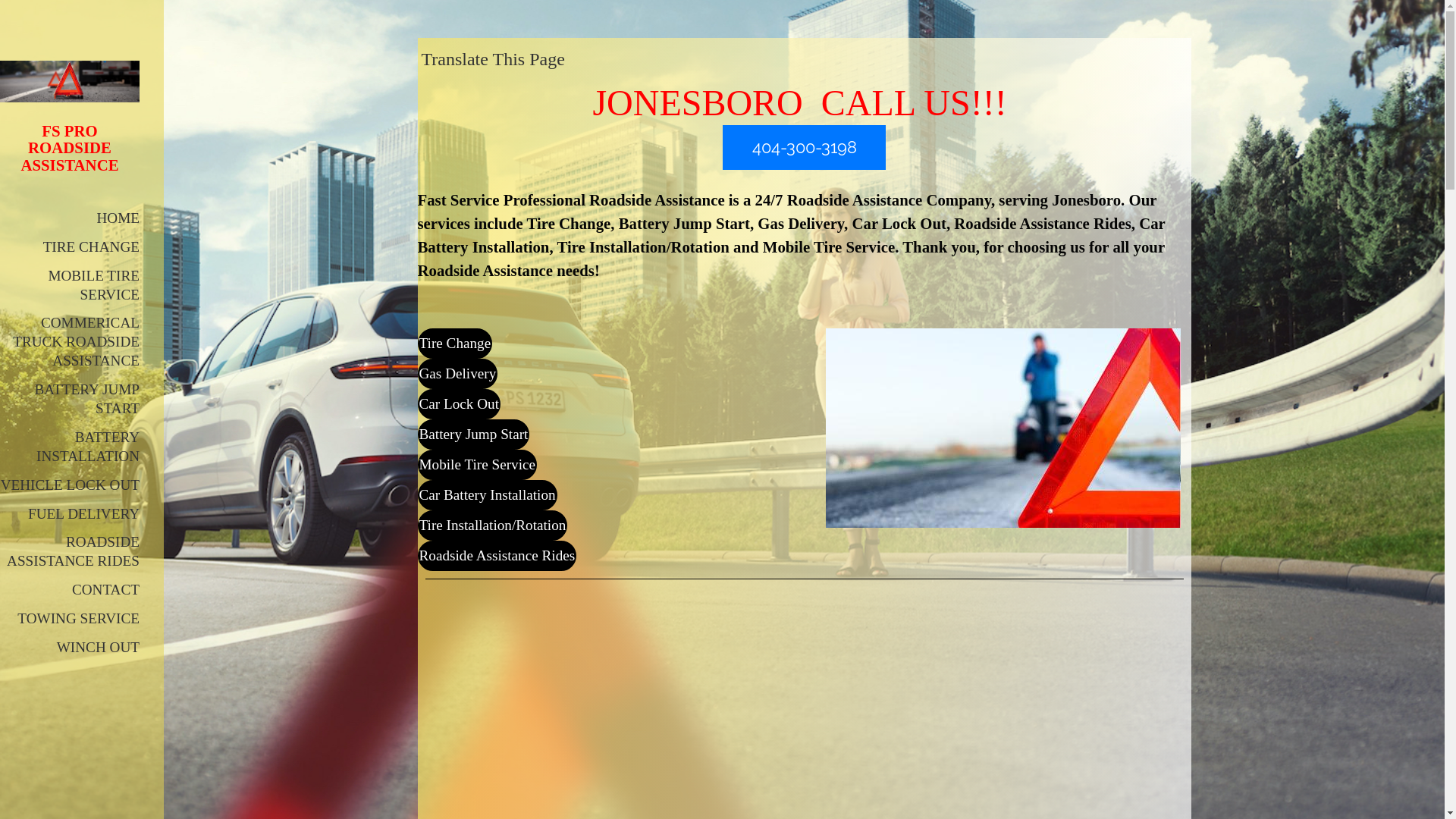 Image resolution: width=1456 pixels, height=819 pixels. Describe the element at coordinates (69, 485) in the screenshot. I see `'VEHICLE LOCK OUT'` at that location.